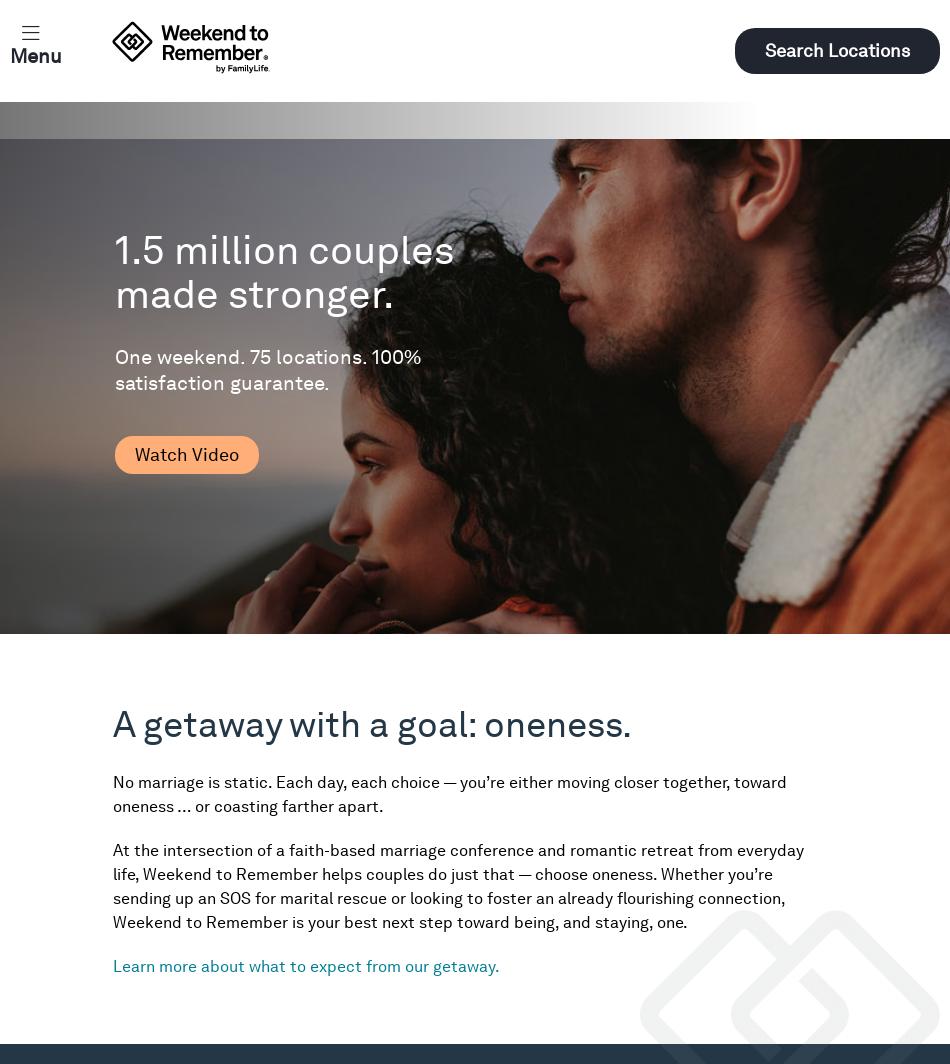 This screenshot has width=950, height=1064. I want to click on 'Search Locations', so click(836, 50).